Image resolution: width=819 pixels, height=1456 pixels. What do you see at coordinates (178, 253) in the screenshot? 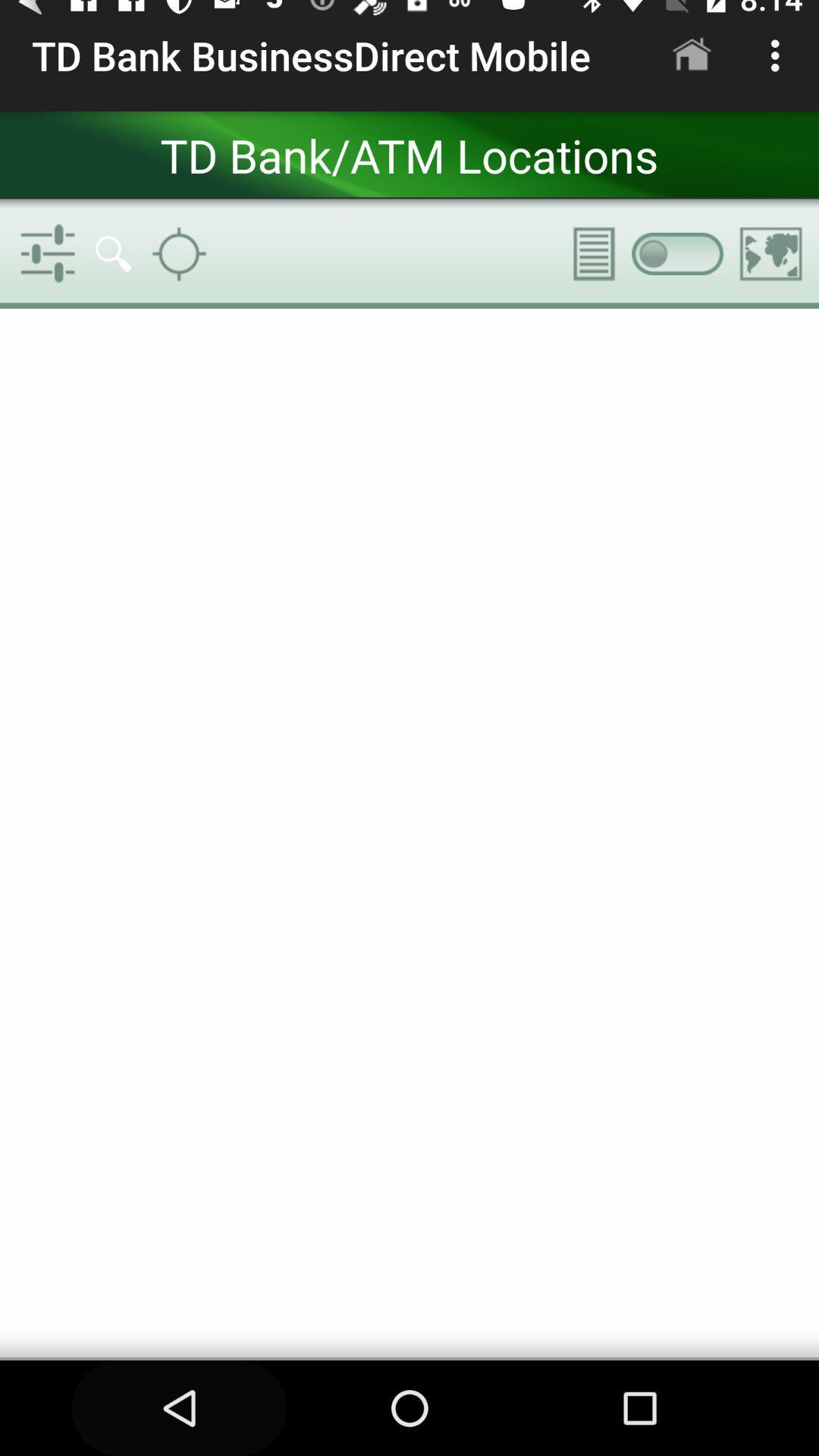
I see `the location_crosshair icon` at bounding box center [178, 253].